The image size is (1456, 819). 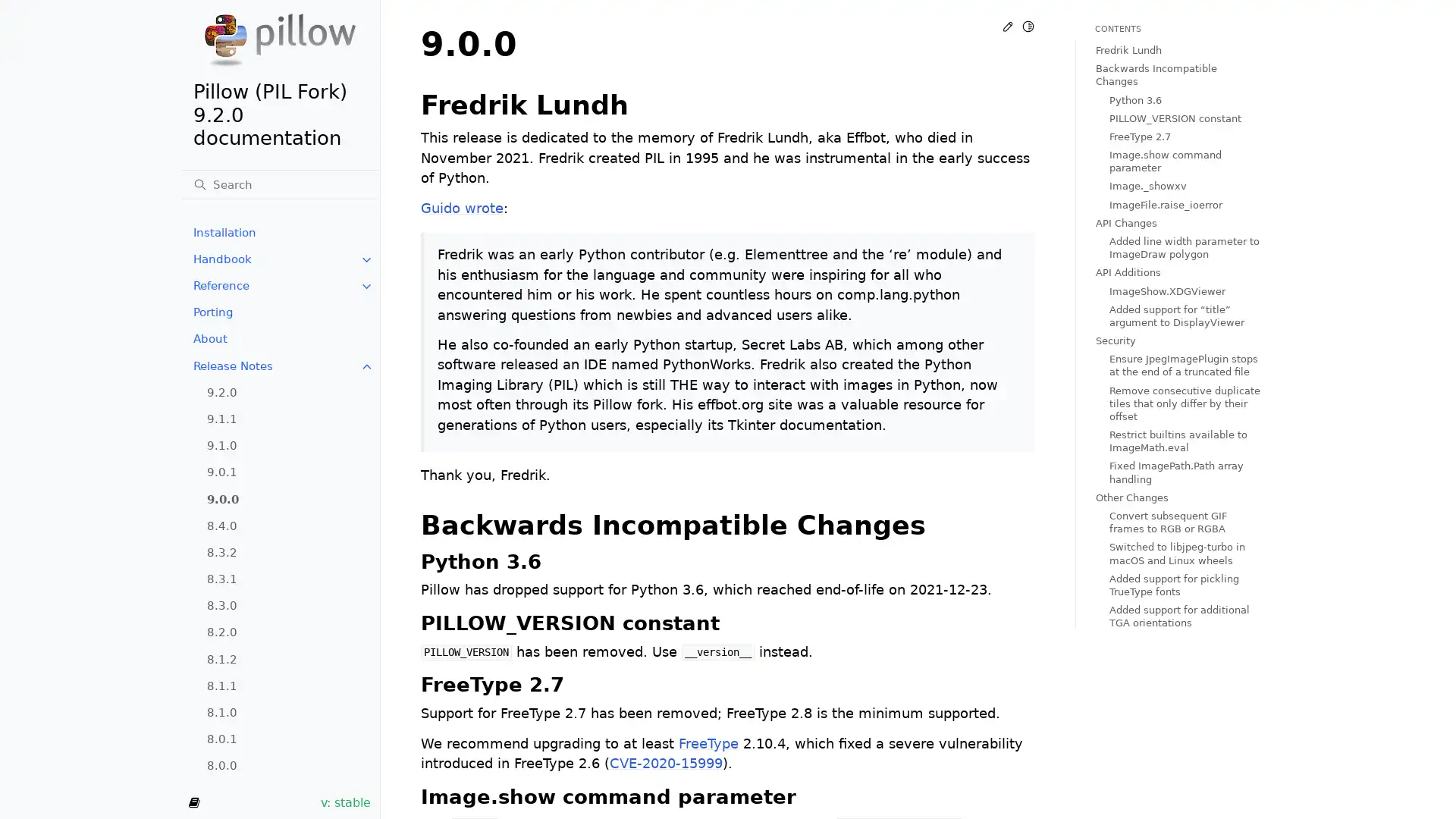 What do you see at coordinates (1028, 26) in the screenshot?
I see `Toggle Light / Dark / Auto color theme` at bounding box center [1028, 26].